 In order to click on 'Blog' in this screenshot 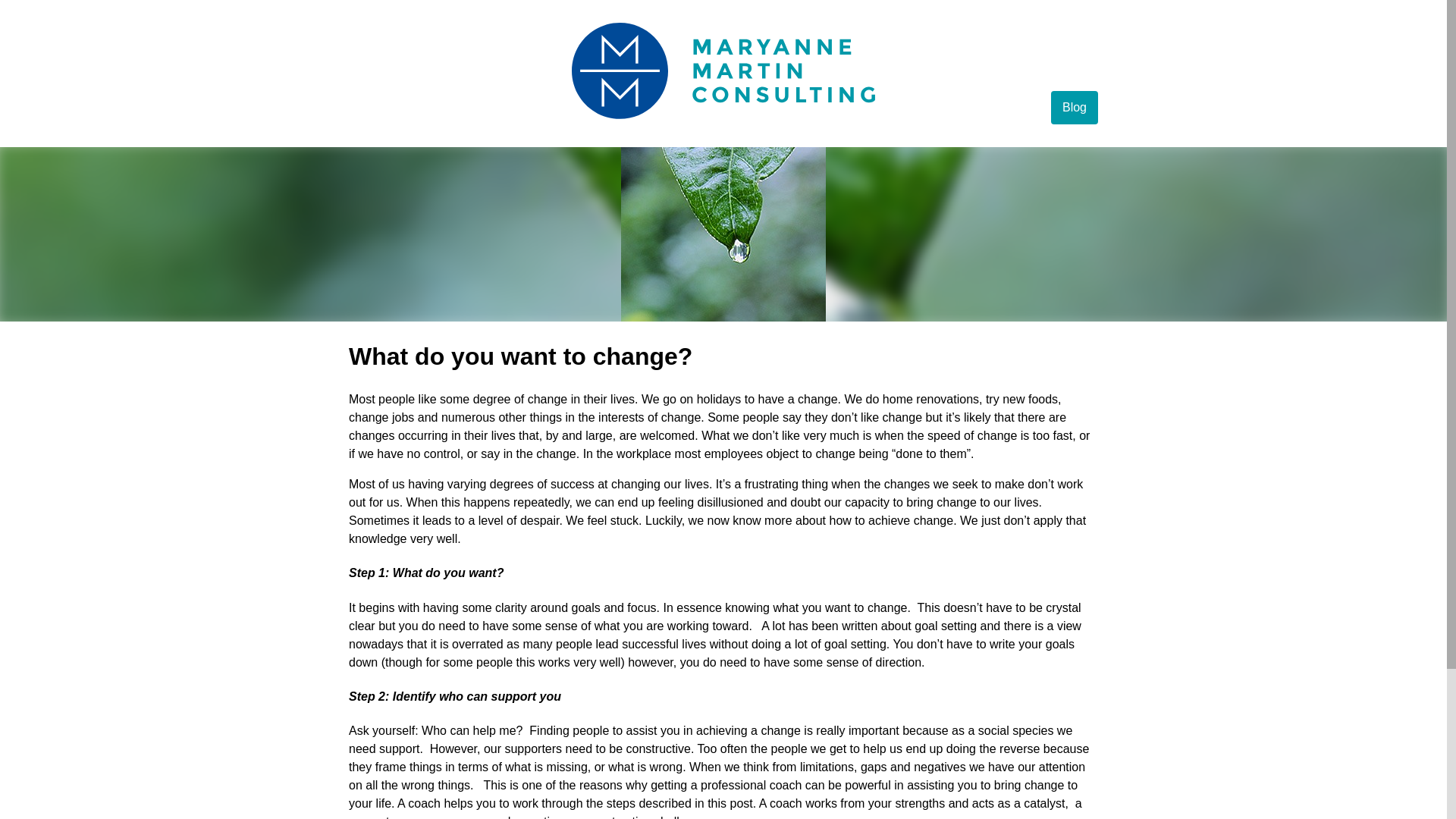, I will do `click(1073, 107)`.